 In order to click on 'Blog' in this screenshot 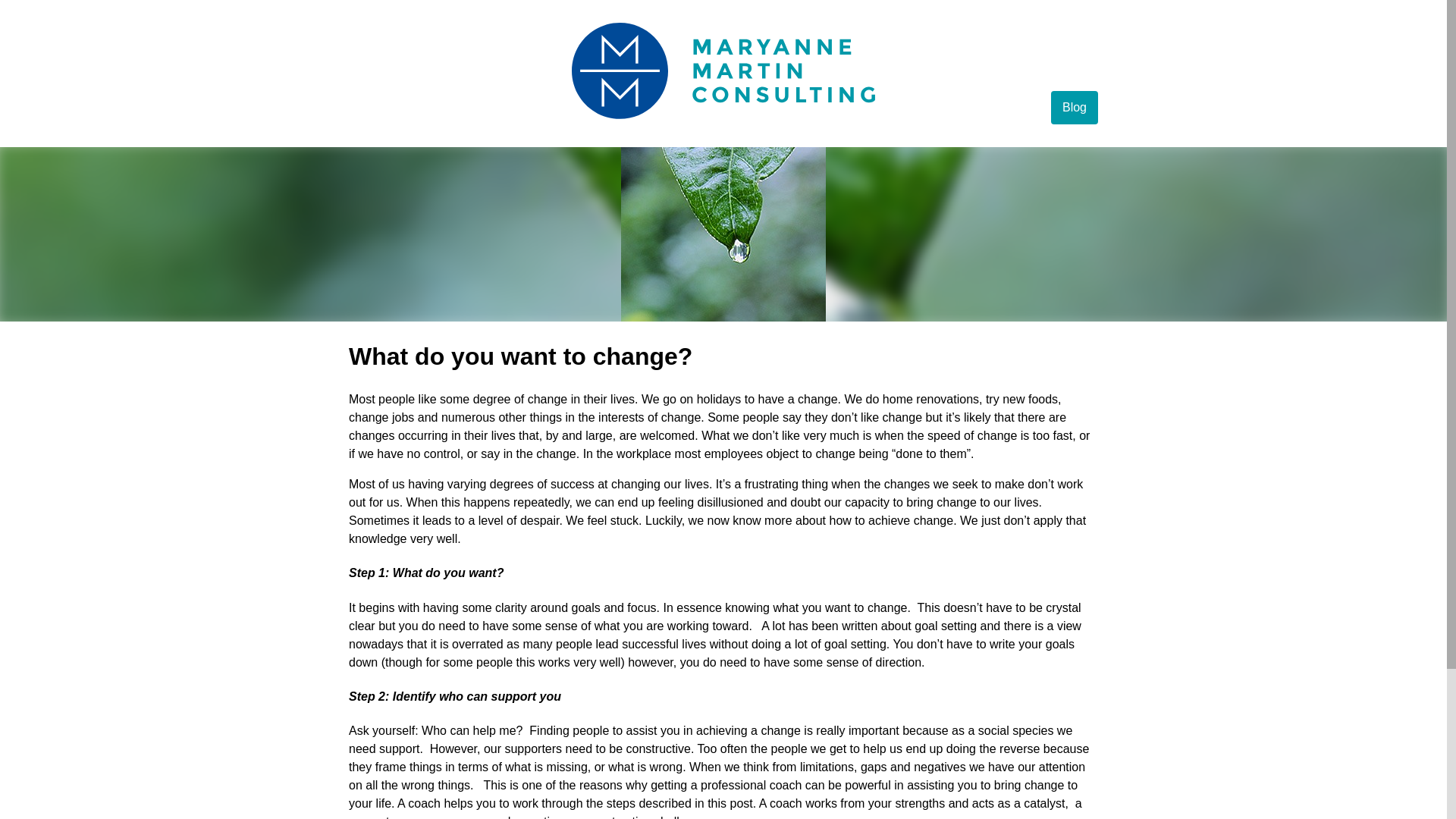, I will do `click(1073, 107)`.